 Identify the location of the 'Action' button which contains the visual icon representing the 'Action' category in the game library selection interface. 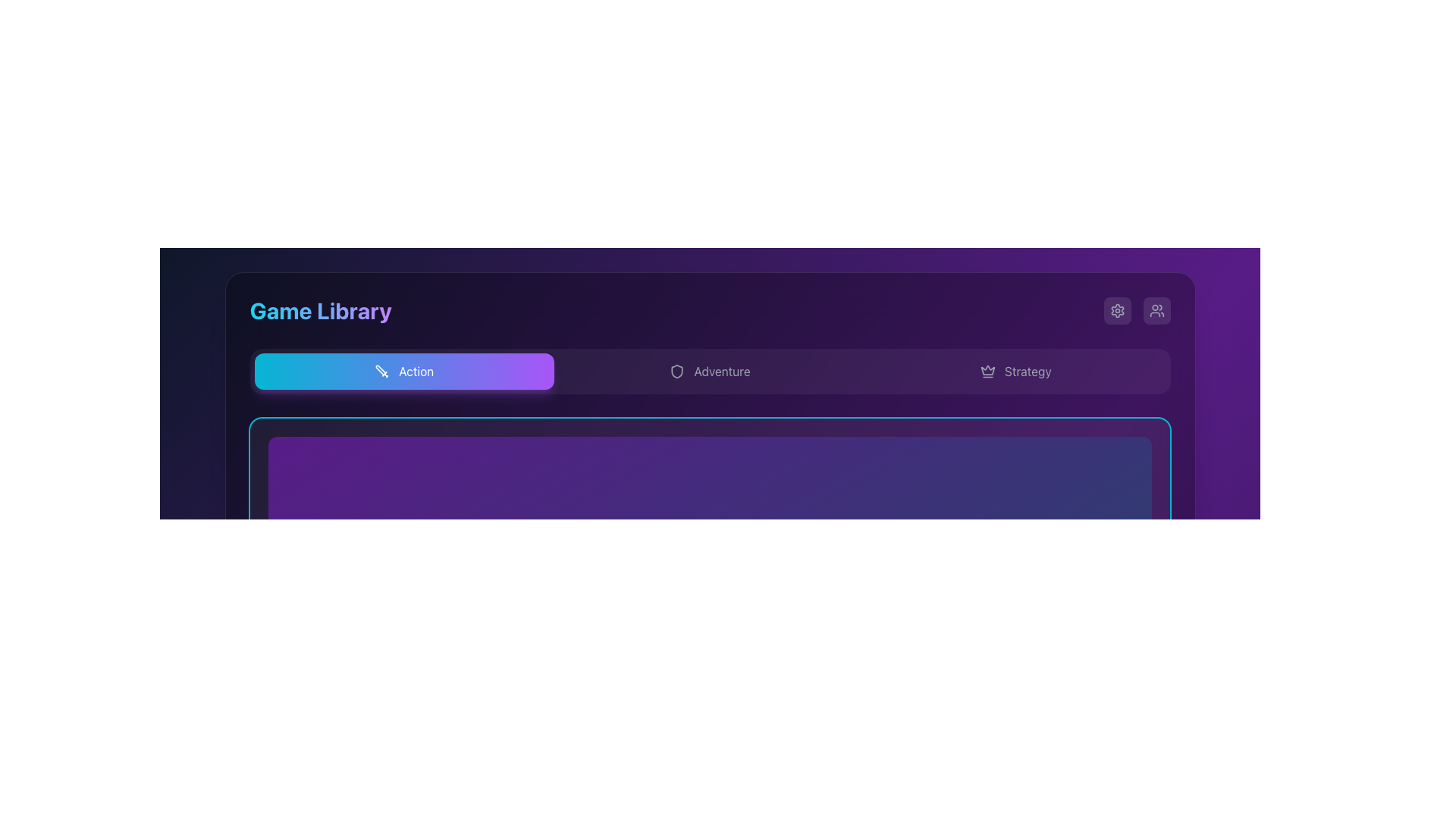
(382, 371).